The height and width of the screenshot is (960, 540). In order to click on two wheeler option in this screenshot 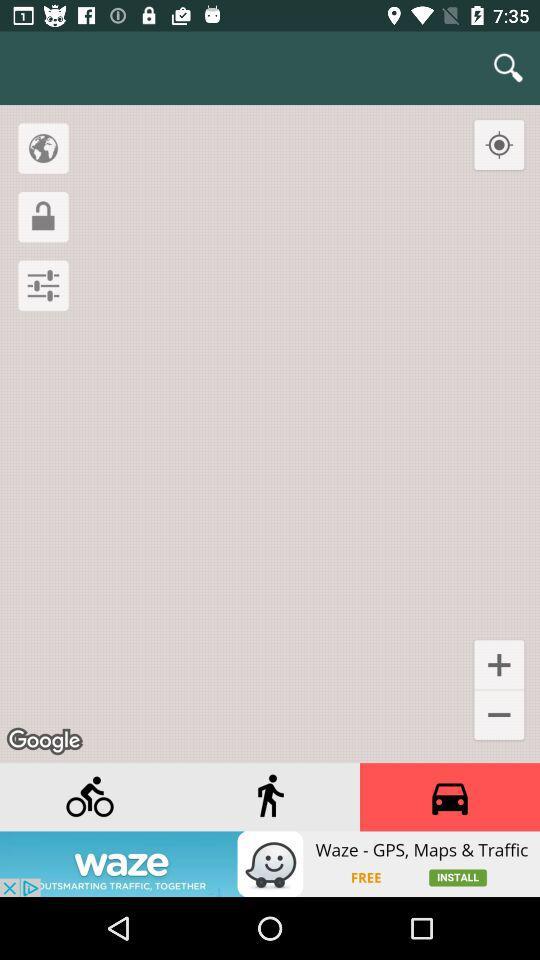, I will do `click(89, 797)`.